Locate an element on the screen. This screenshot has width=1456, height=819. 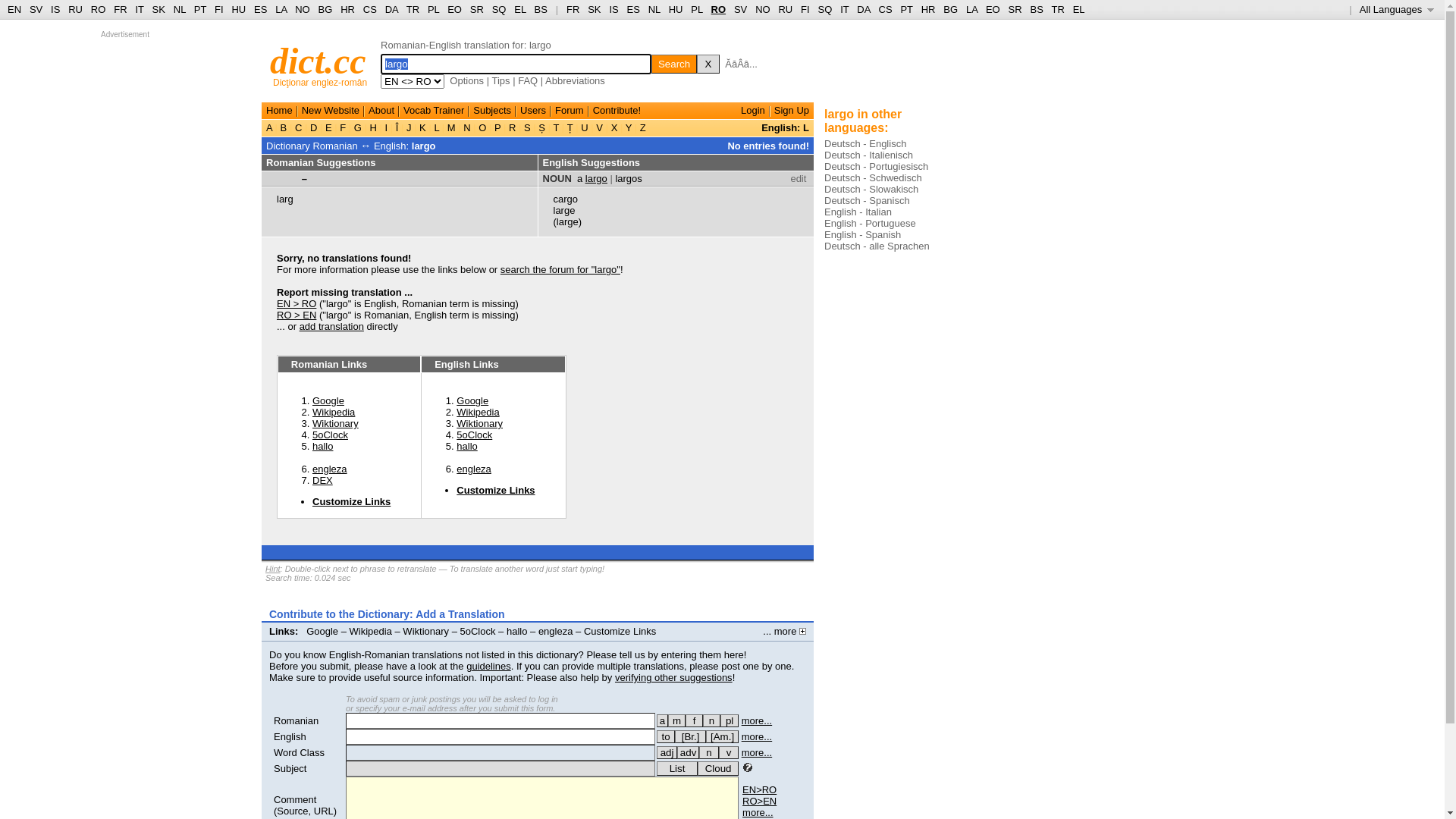
'm' is located at coordinates (676, 720).